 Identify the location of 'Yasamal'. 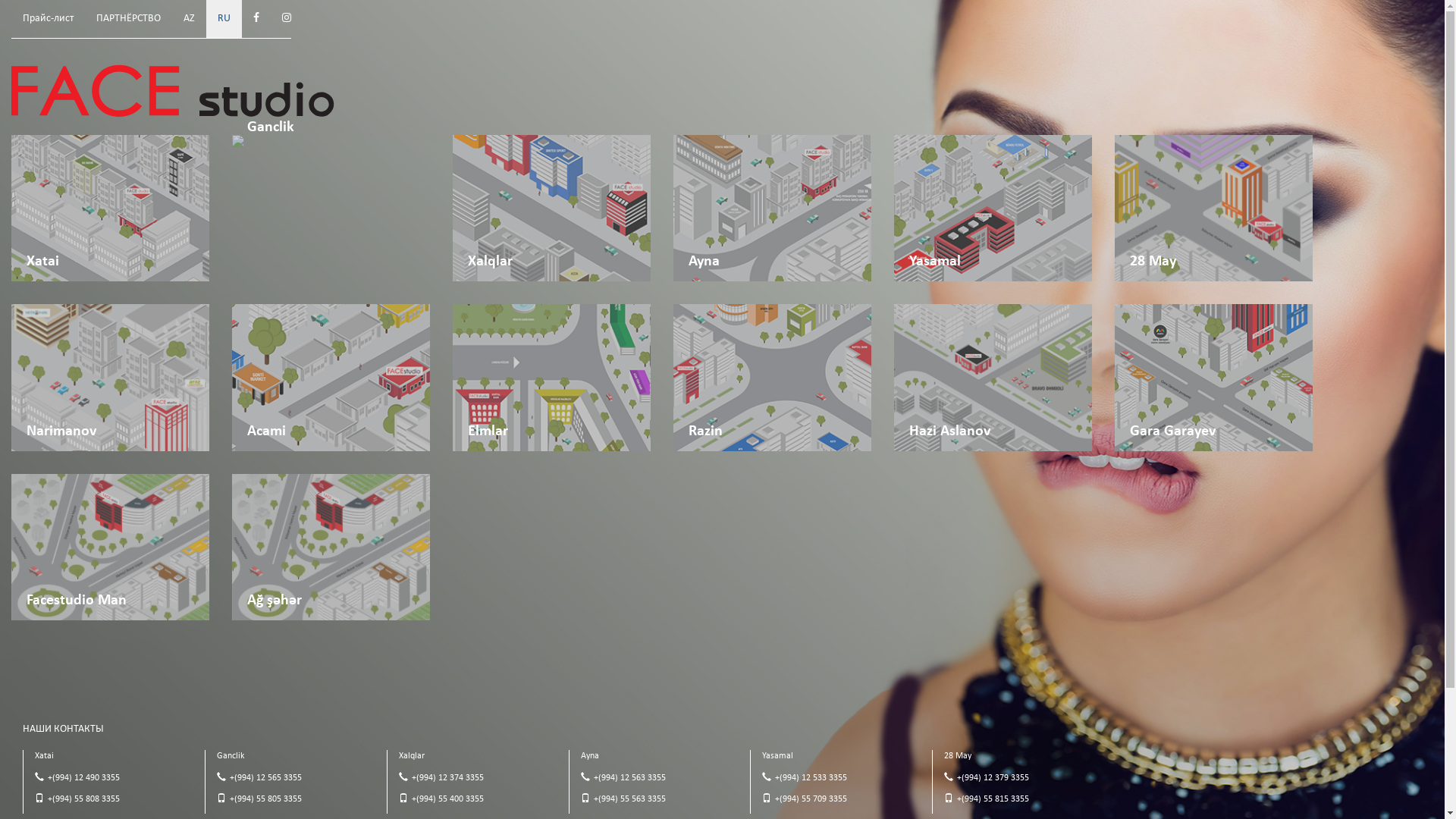
(894, 208).